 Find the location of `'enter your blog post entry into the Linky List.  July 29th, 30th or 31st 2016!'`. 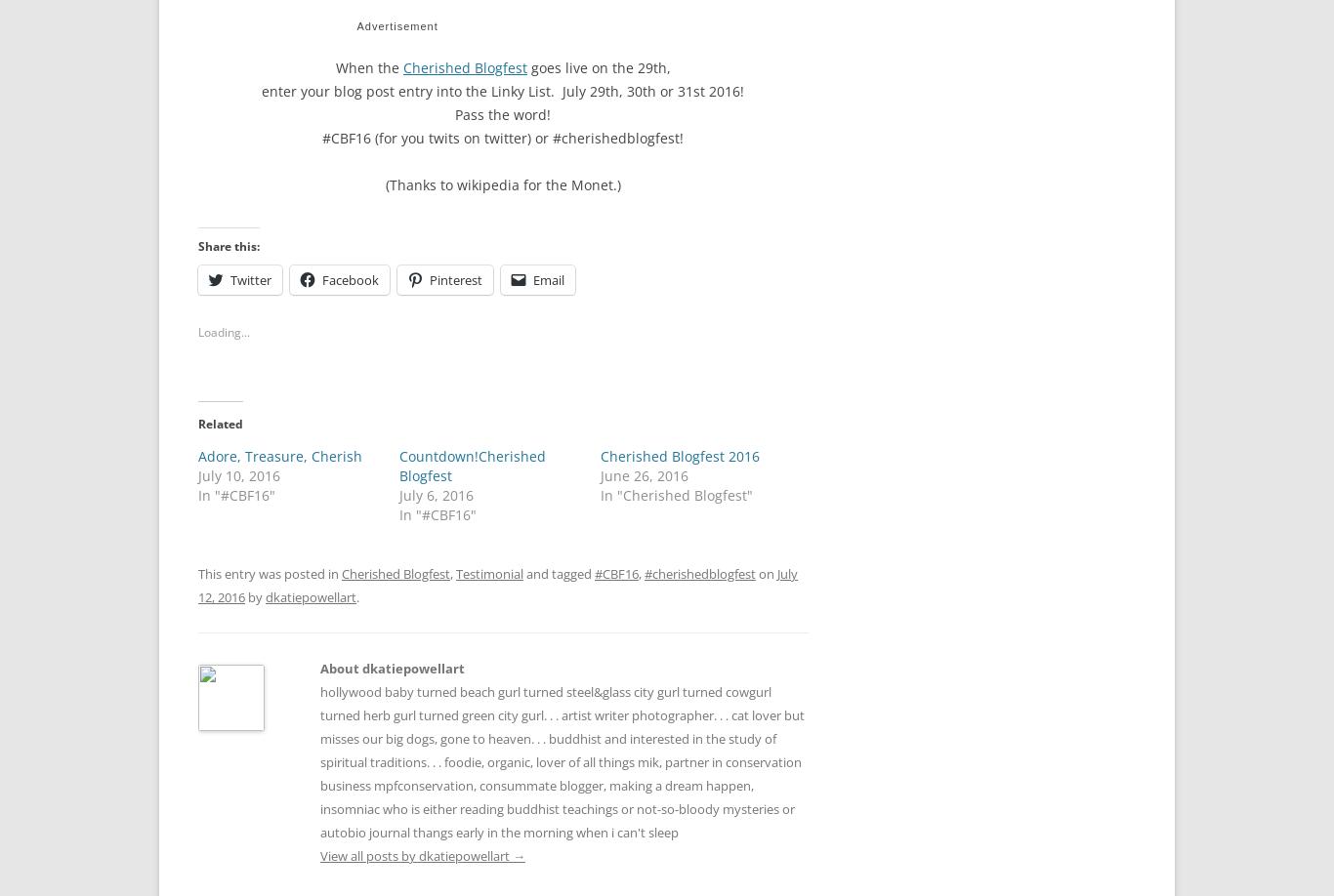

'enter your blog post entry into the Linky List.  July 29th, 30th or 31st 2016!' is located at coordinates (502, 89).